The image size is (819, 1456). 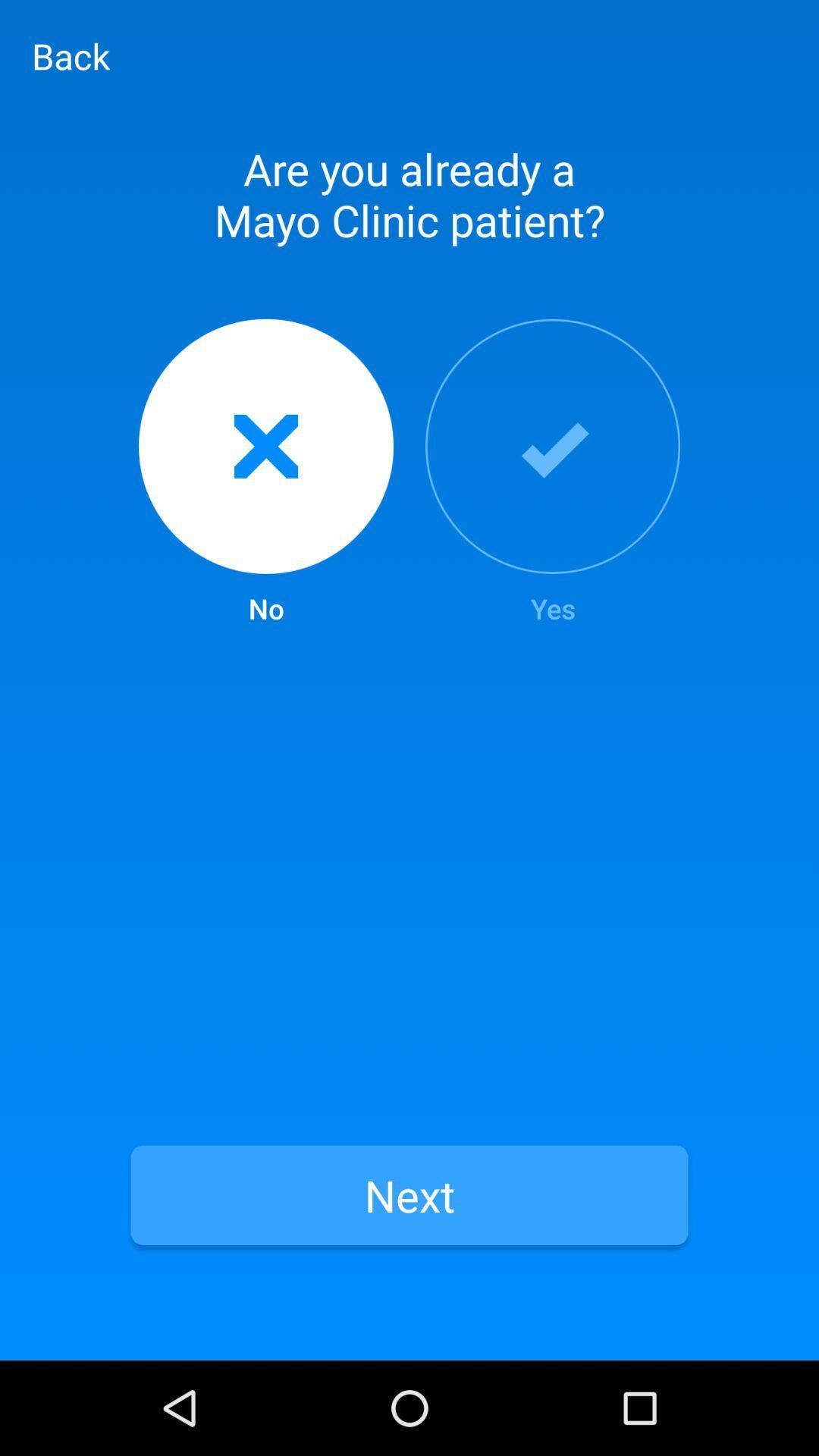 What do you see at coordinates (553, 472) in the screenshot?
I see `the yes` at bounding box center [553, 472].